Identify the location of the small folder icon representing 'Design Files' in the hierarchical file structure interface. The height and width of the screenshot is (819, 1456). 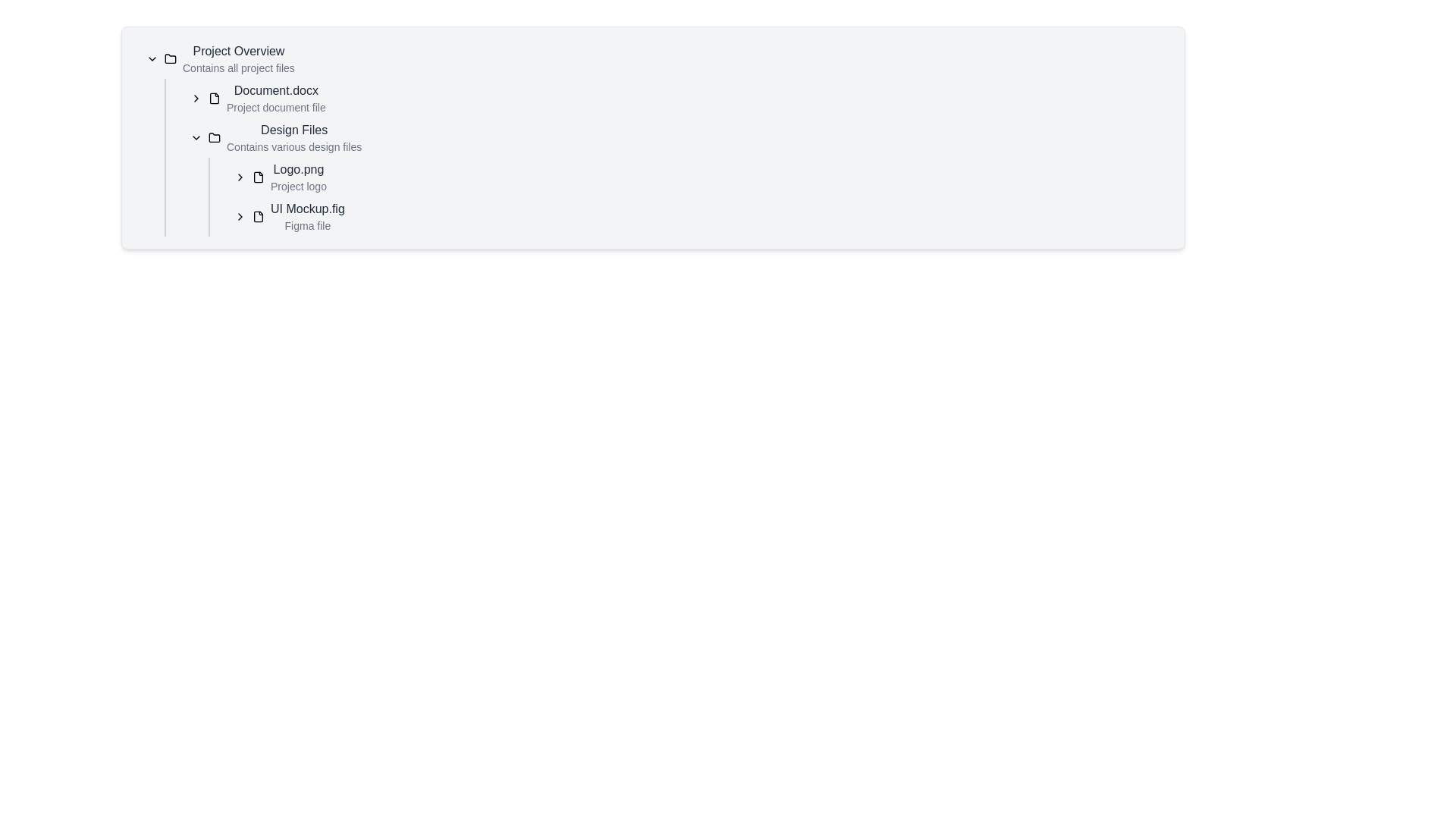
(214, 137).